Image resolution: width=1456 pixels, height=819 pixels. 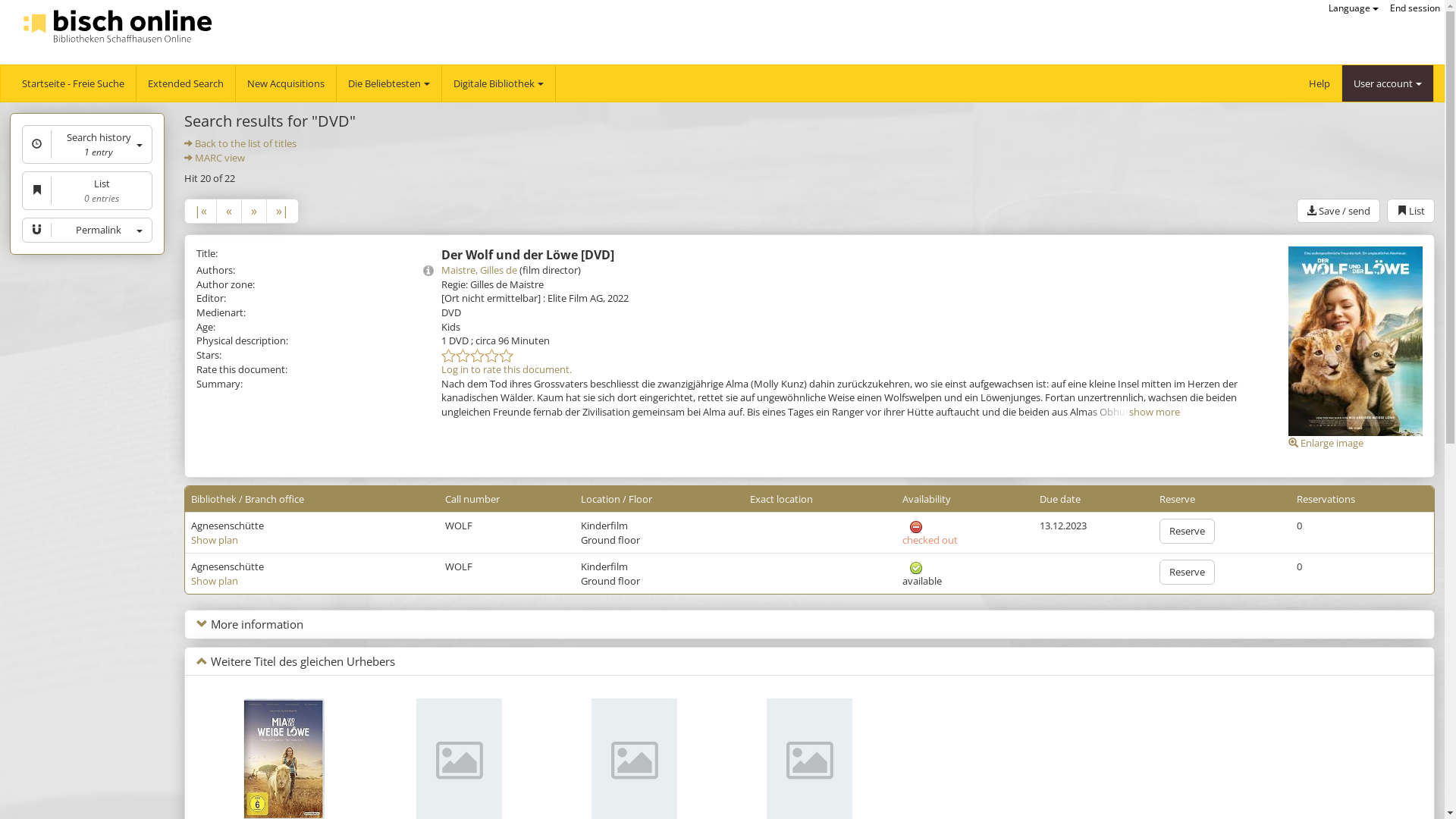 I want to click on 'Permalink', so click(x=86, y=230).